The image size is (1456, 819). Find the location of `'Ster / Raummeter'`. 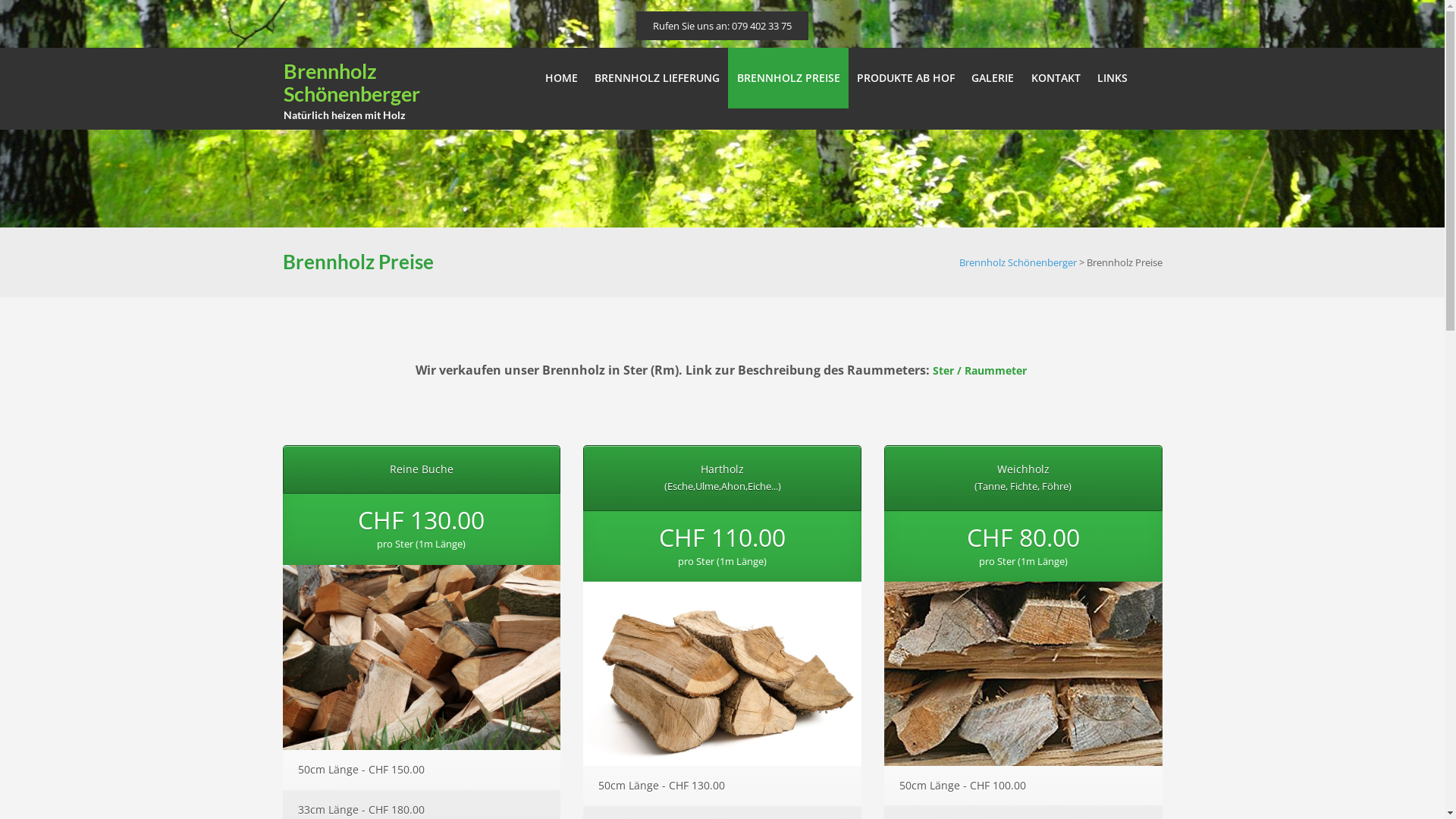

'Ster / Raummeter' is located at coordinates (979, 370).